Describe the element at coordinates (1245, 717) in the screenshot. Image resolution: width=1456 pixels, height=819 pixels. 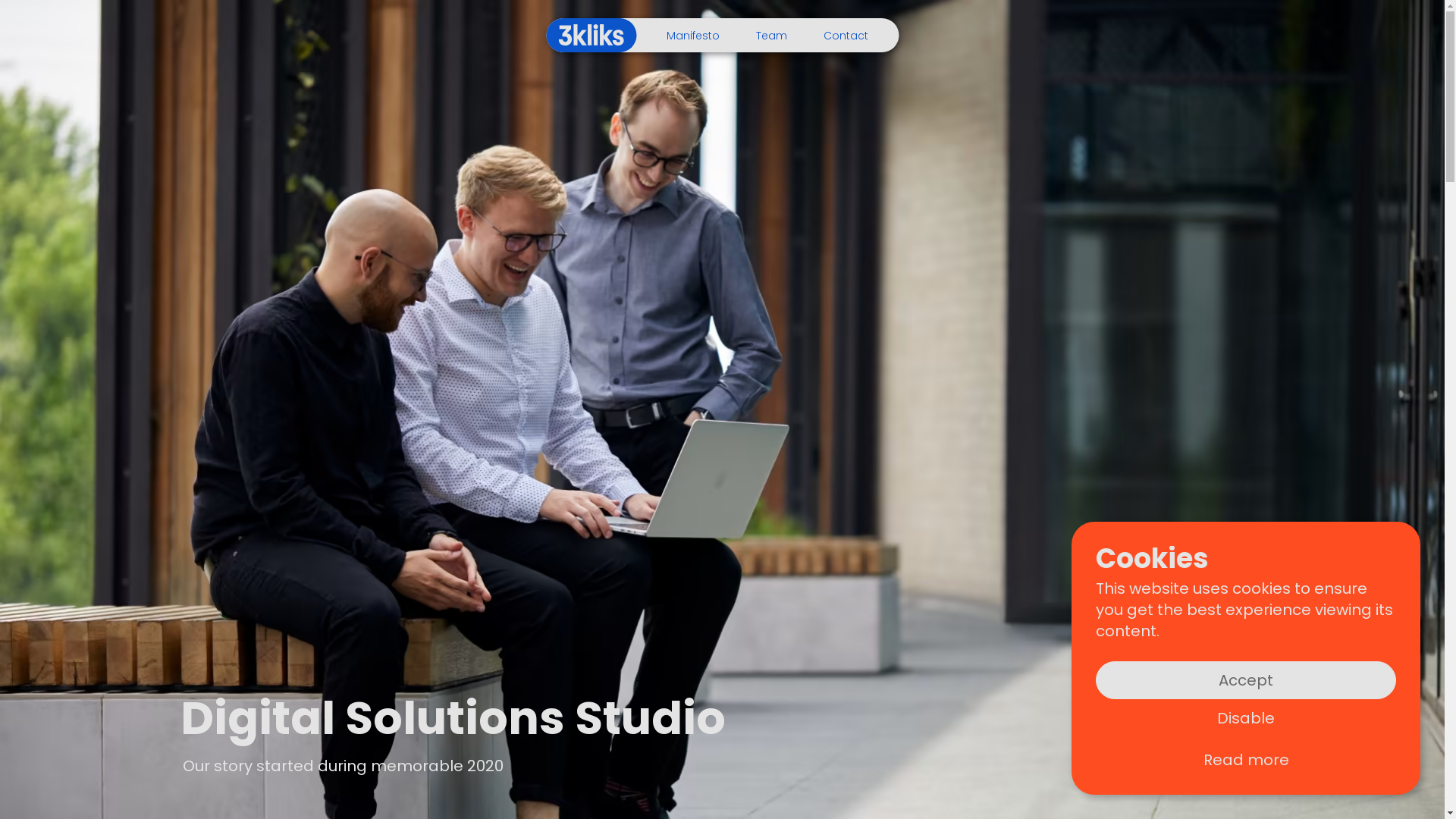
I see `'Disable'` at that location.